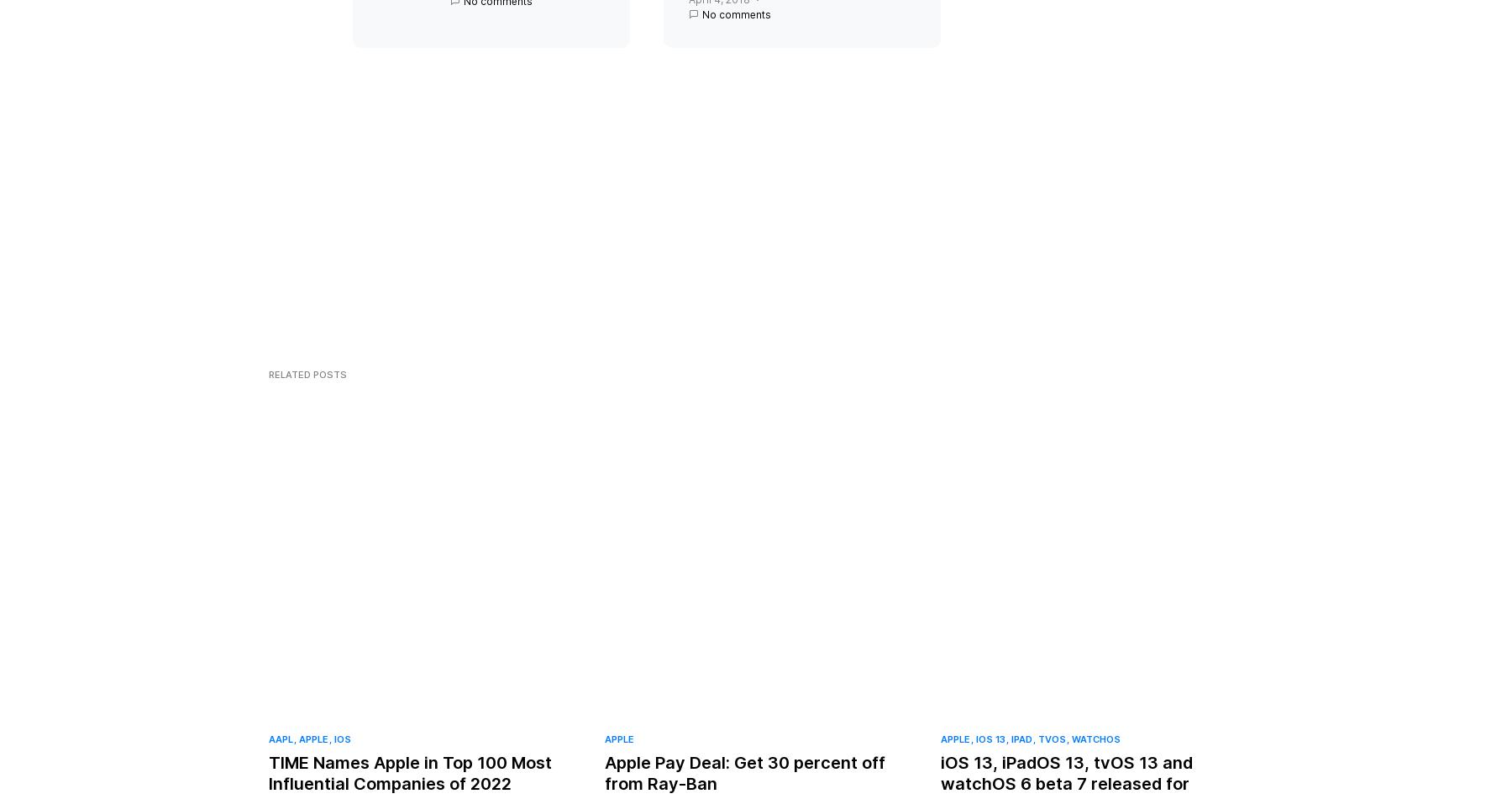 The height and width of the screenshot is (799, 1512). What do you see at coordinates (343, 754) in the screenshot?
I see `'iOS'` at bounding box center [343, 754].